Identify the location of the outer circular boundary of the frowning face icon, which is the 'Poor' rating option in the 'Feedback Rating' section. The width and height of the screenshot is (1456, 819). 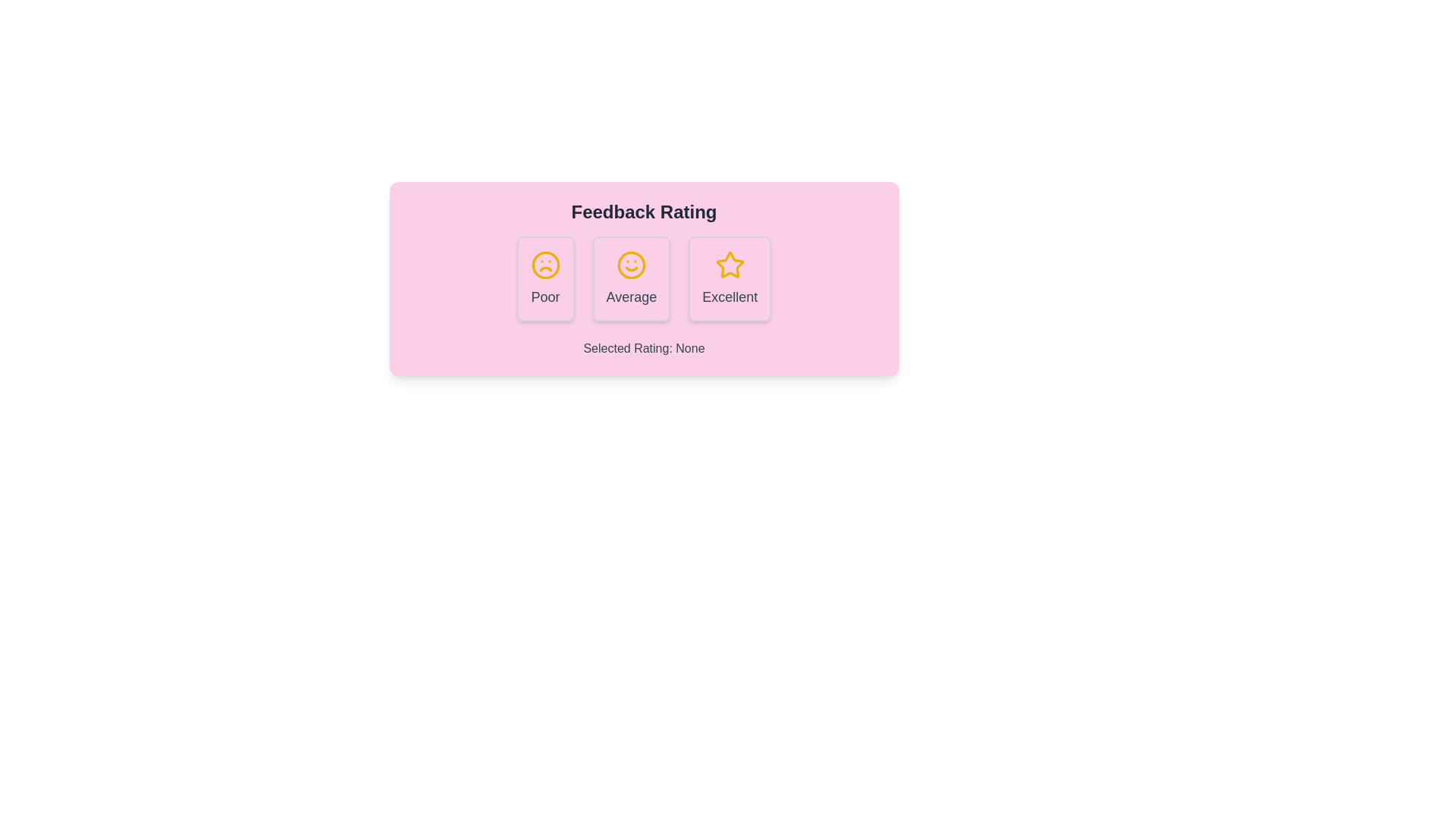
(545, 265).